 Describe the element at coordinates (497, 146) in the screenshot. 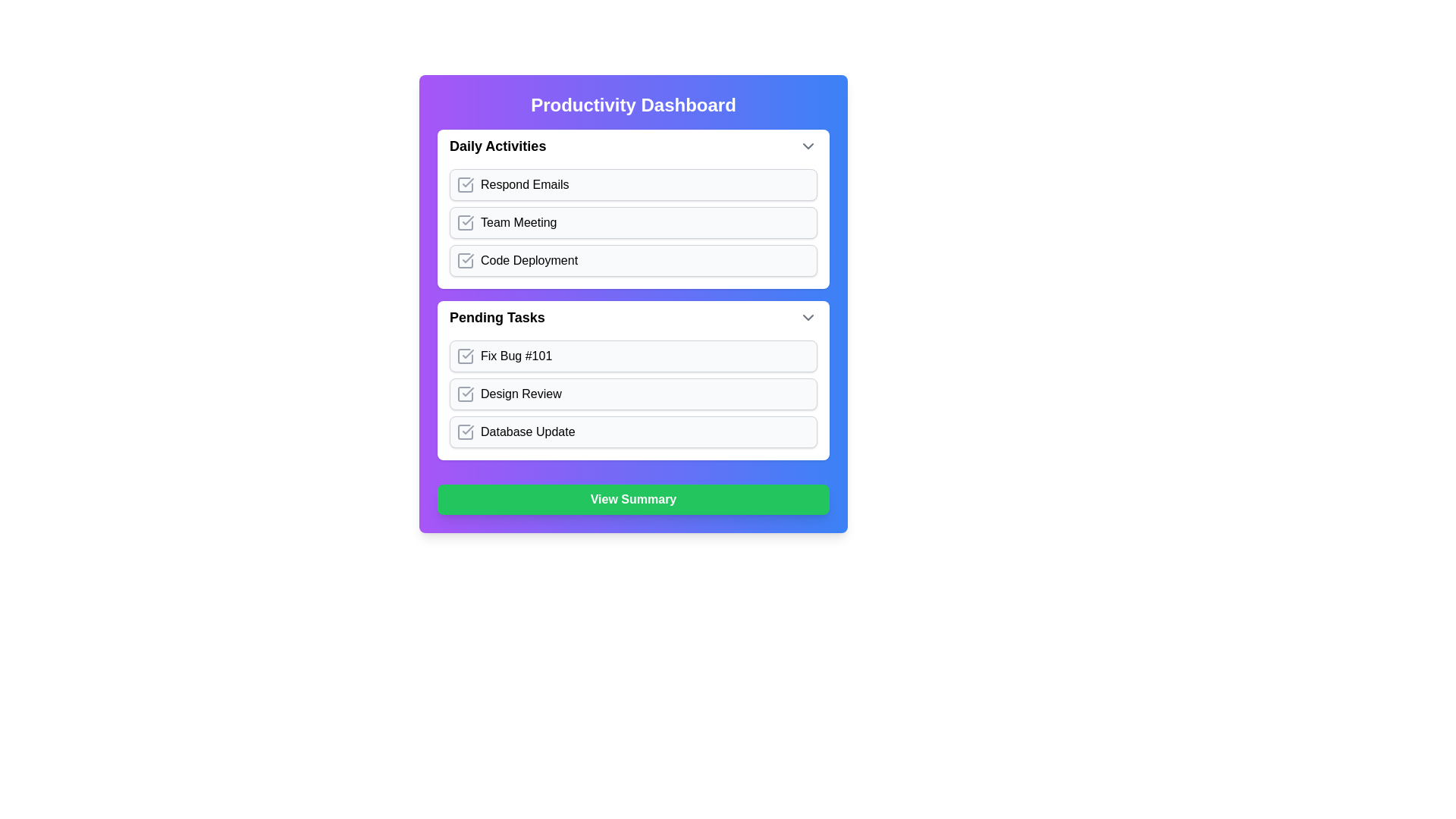

I see `the 'Daily Activities' text label at the top of the section, which is styled in bold and larger font to indicate its title significance` at that location.